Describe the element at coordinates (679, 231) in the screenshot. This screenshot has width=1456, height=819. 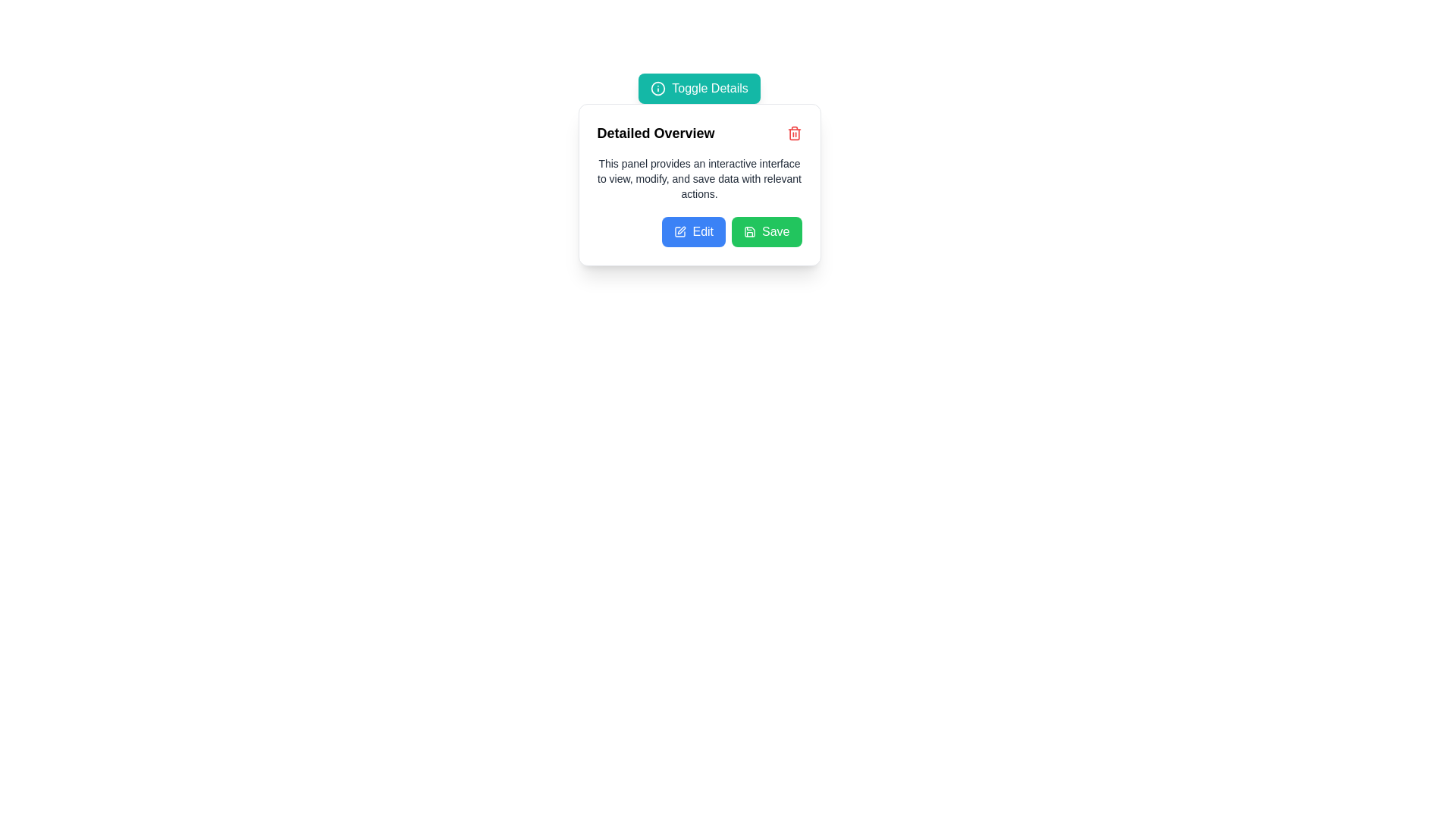
I see `the edit icon, which is a square with a pencil inside, located within the 'Edit' button on the left side of the bottom buttons on the card labeled 'Detailed Overview'` at that location.